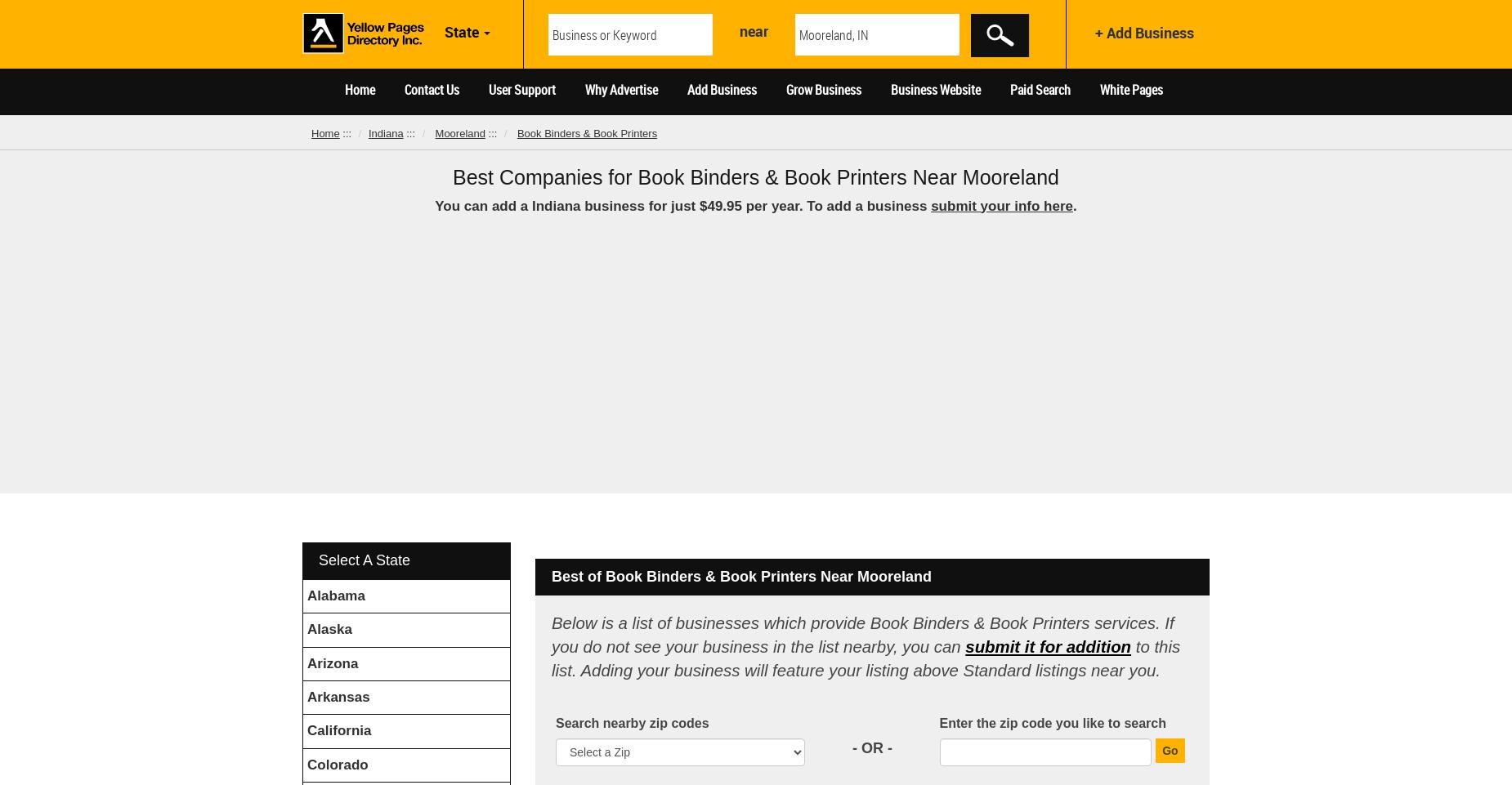 This screenshot has width=1512, height=785. I want to click on 'Alabama', so click(335, 595).